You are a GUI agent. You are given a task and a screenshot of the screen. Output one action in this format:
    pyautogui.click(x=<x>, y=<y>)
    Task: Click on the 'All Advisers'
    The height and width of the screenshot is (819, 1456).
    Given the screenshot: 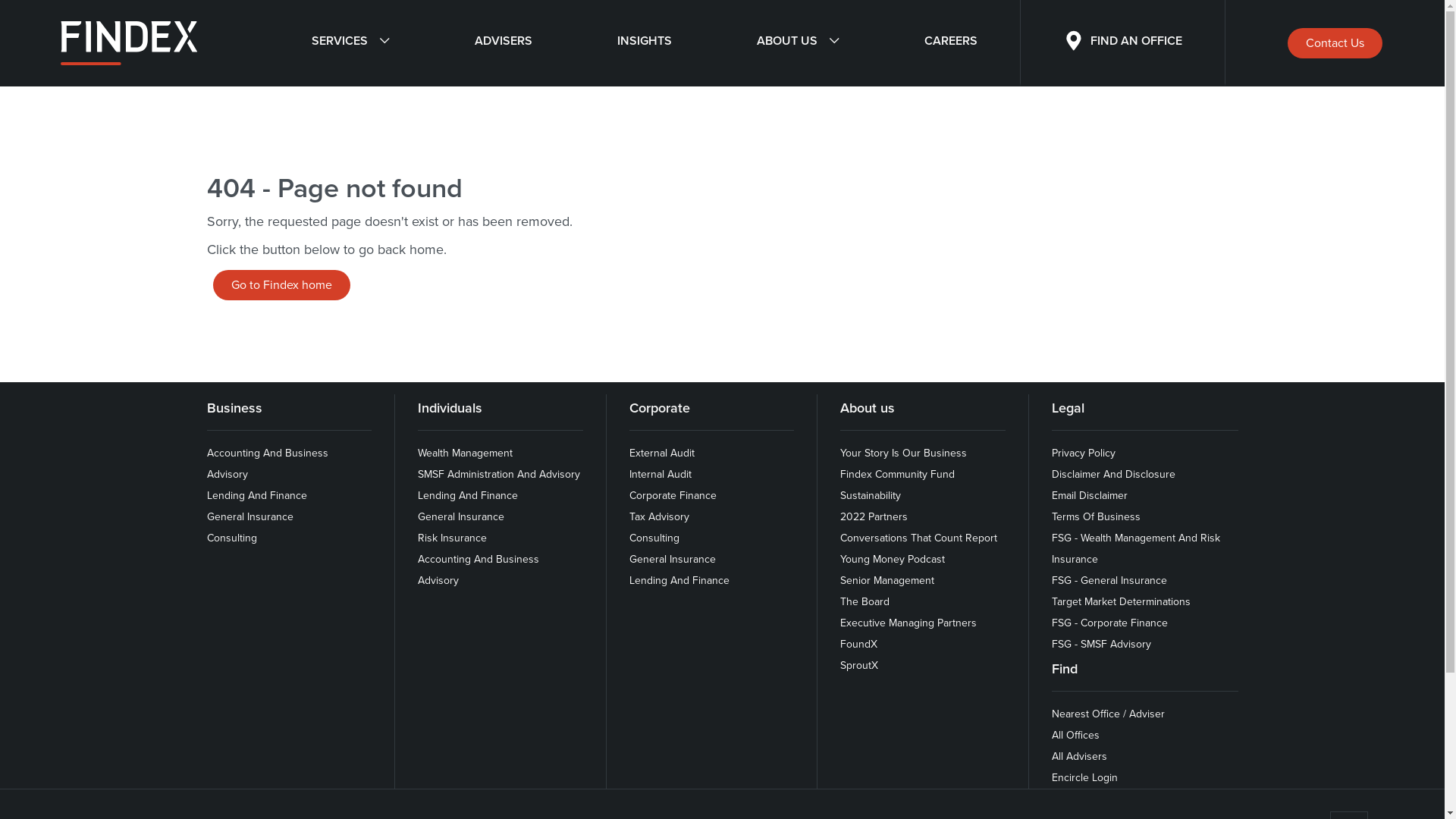 What is the action you would take?
    pyautogui.click(x=1078, y=756)
    